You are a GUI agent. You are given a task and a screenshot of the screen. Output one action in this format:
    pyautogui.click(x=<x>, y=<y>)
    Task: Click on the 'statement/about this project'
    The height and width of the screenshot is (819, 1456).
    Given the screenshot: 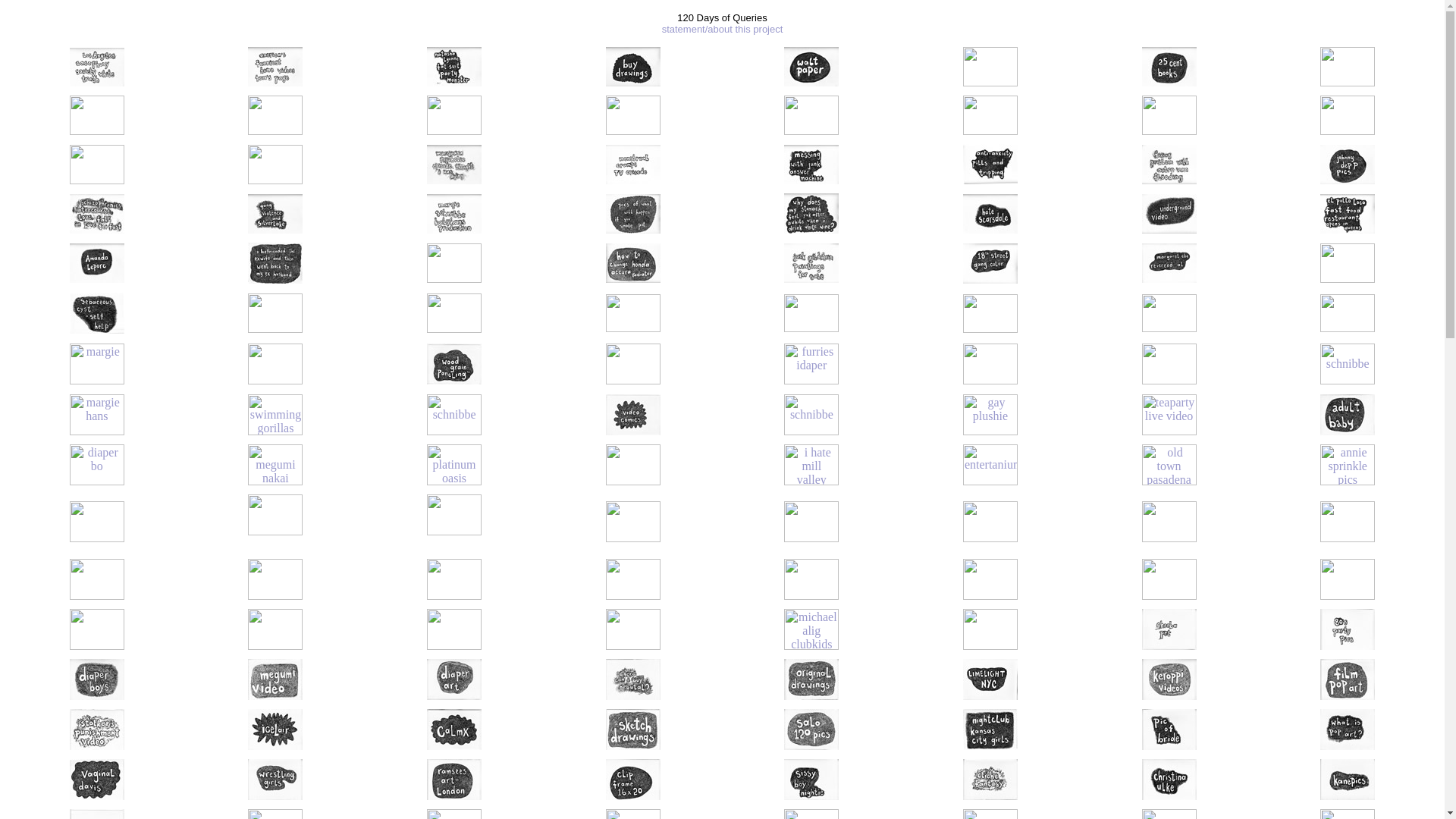 What is the action you would take?
    pyautogui.click(x=722, y=29)
    